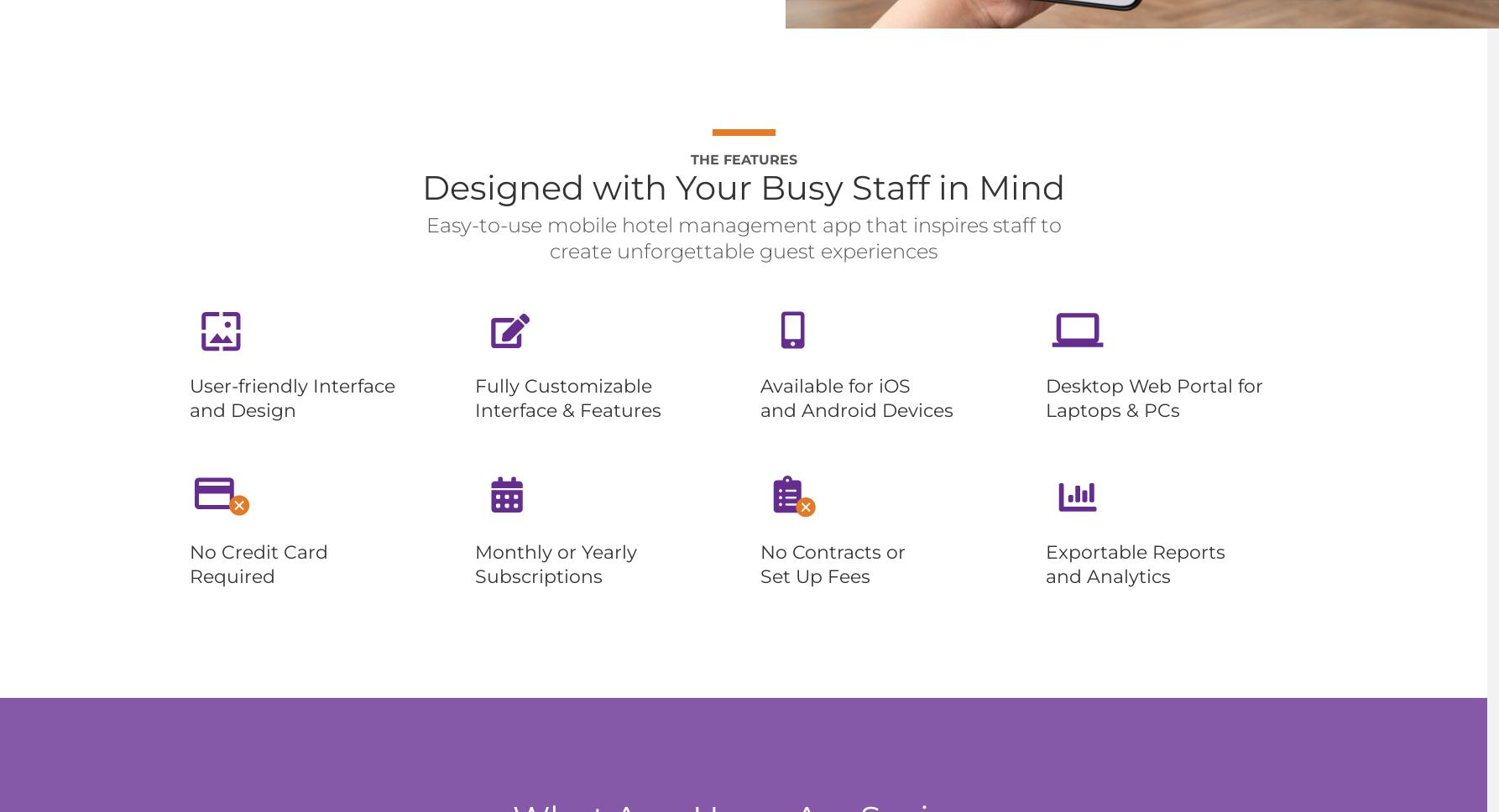 The height and width of the screenshot is (812, 1499). What do you see at coordinates (473, 575) in the screenshot?
I see `'Subscriptions'` at bounding box center [473, 575].